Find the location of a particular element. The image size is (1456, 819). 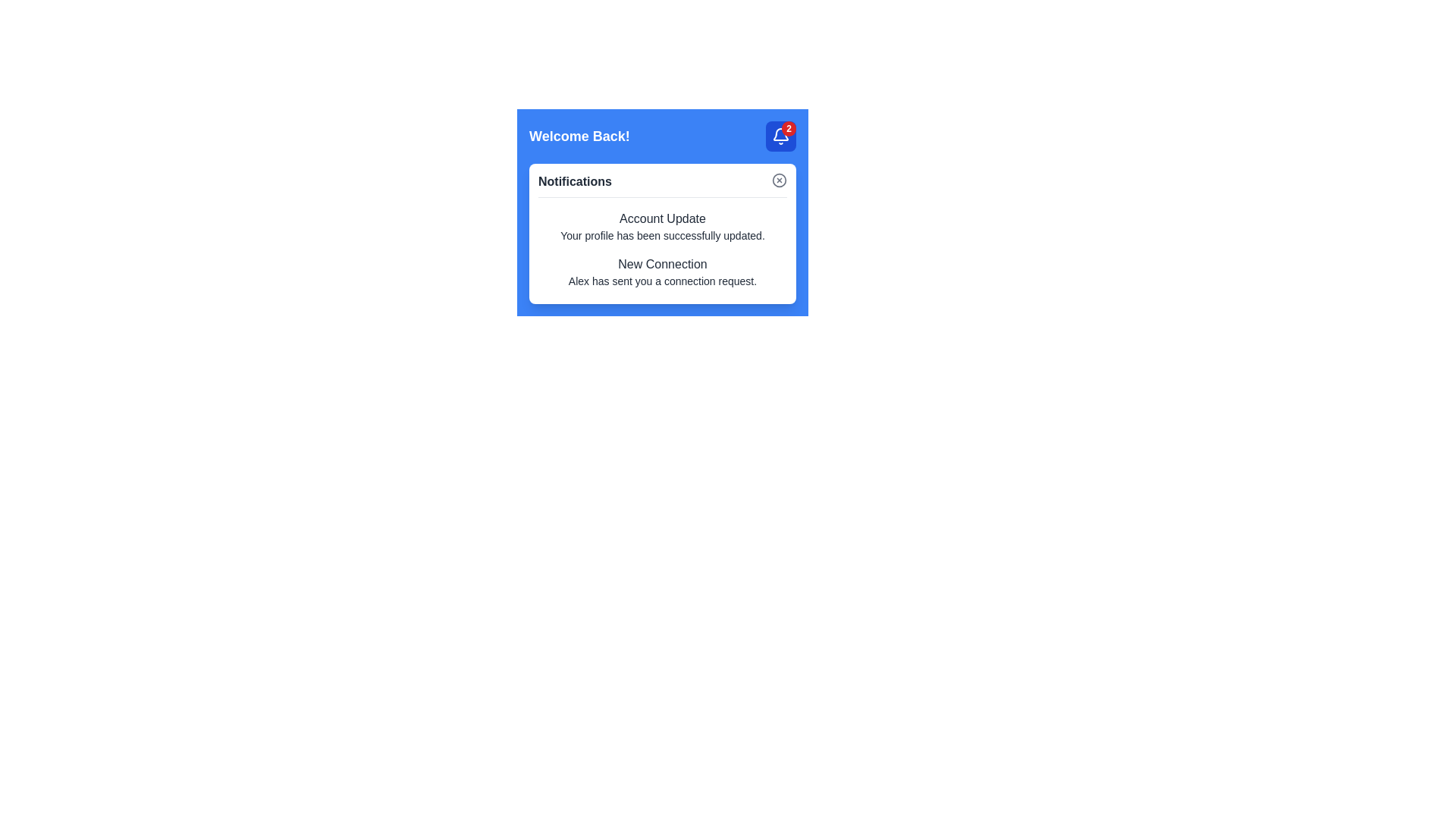

notification message indicating that Alex has sent a connection request, located as the second item in the Notifications section under the title 'Account Update' is located at coordinates (662, 271).